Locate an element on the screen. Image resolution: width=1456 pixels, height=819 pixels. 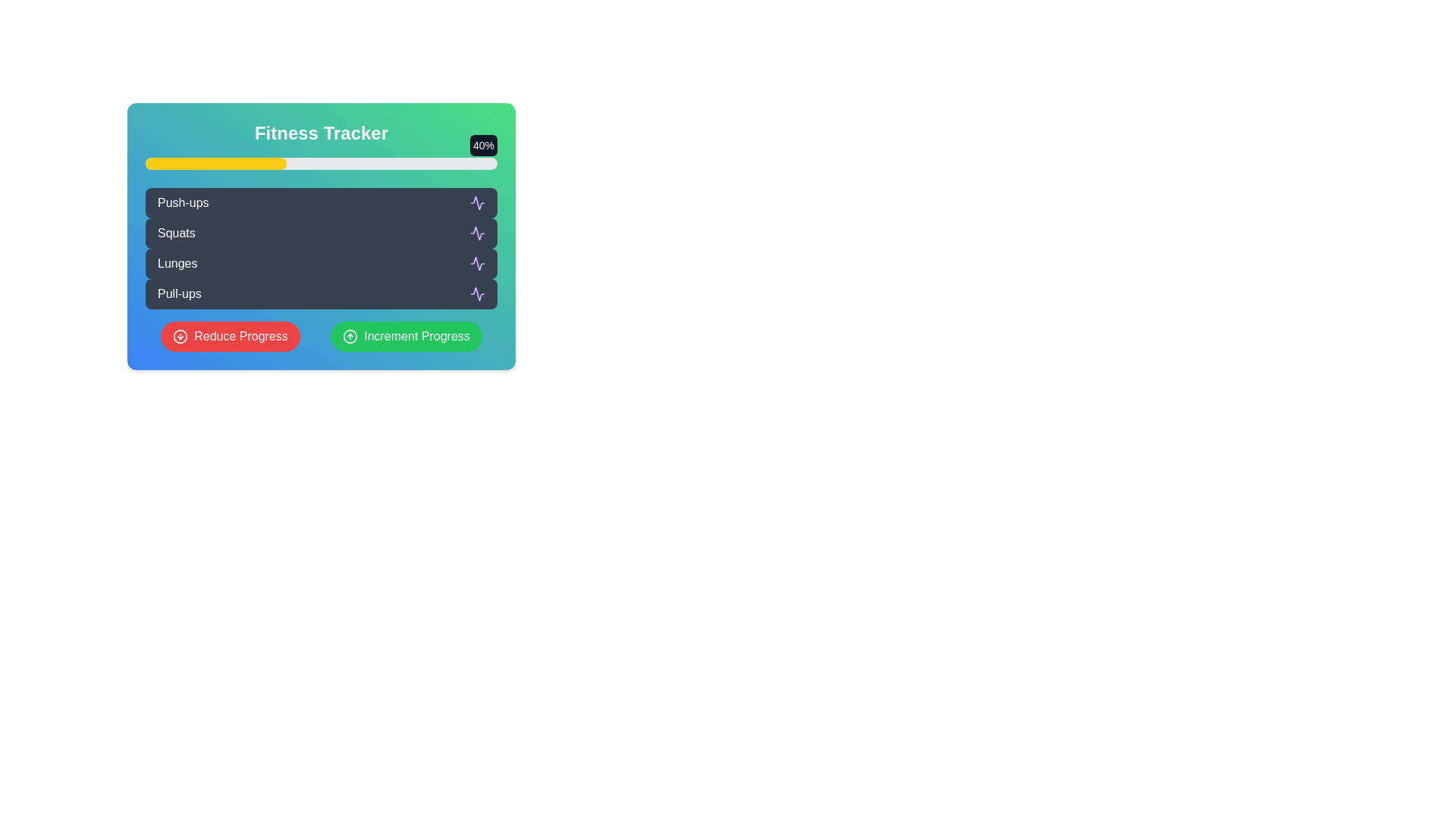
the 'Increment Progress' button, which has a green background and white text with an upward-pointing arrow icon is located at coordinates (406, 335).